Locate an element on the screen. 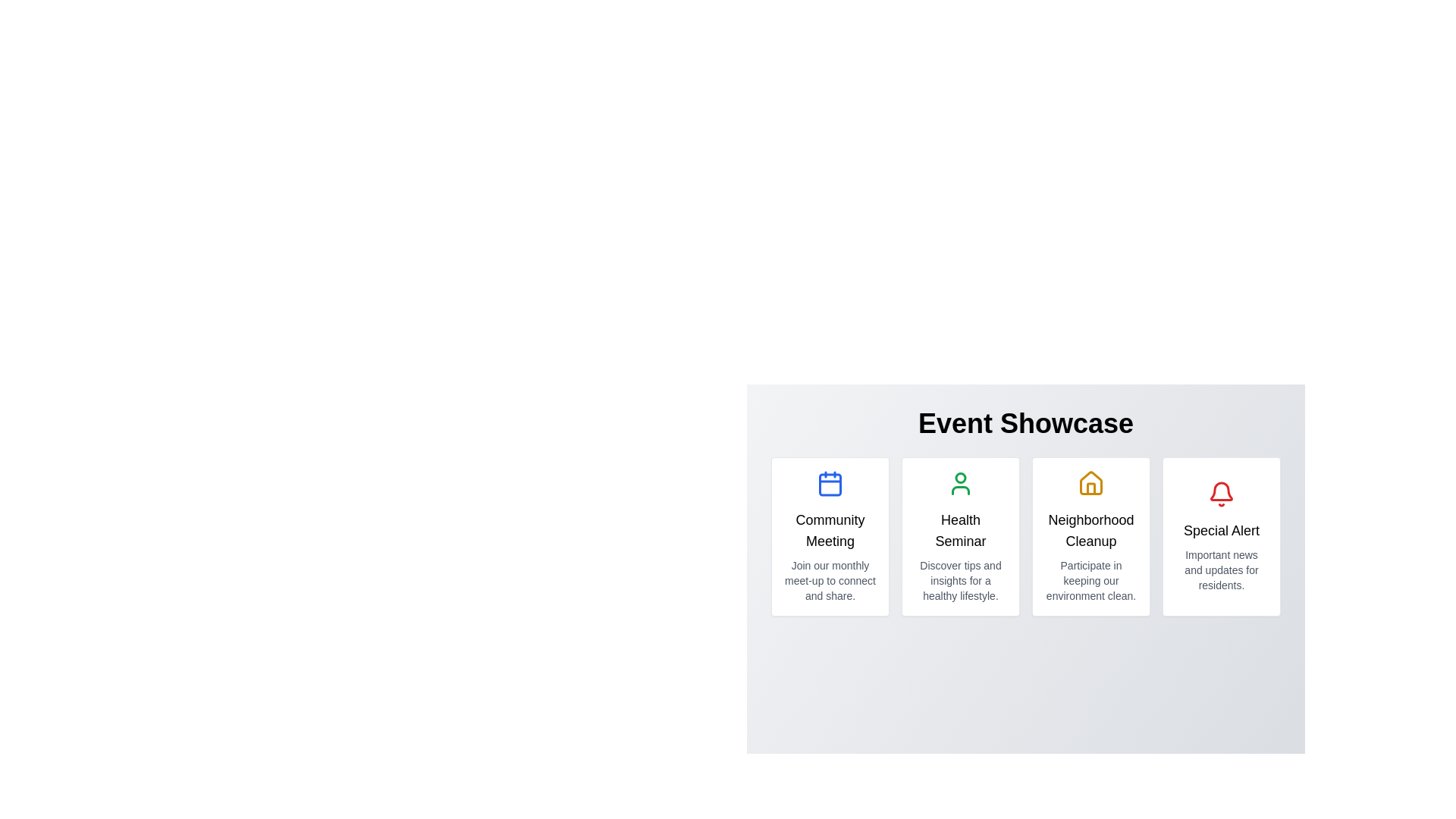  the user icon representing the 'Health Seminar' theme, located directly above the text 'Health Seminar' within the event card layout is located at coordinates (960, 483).